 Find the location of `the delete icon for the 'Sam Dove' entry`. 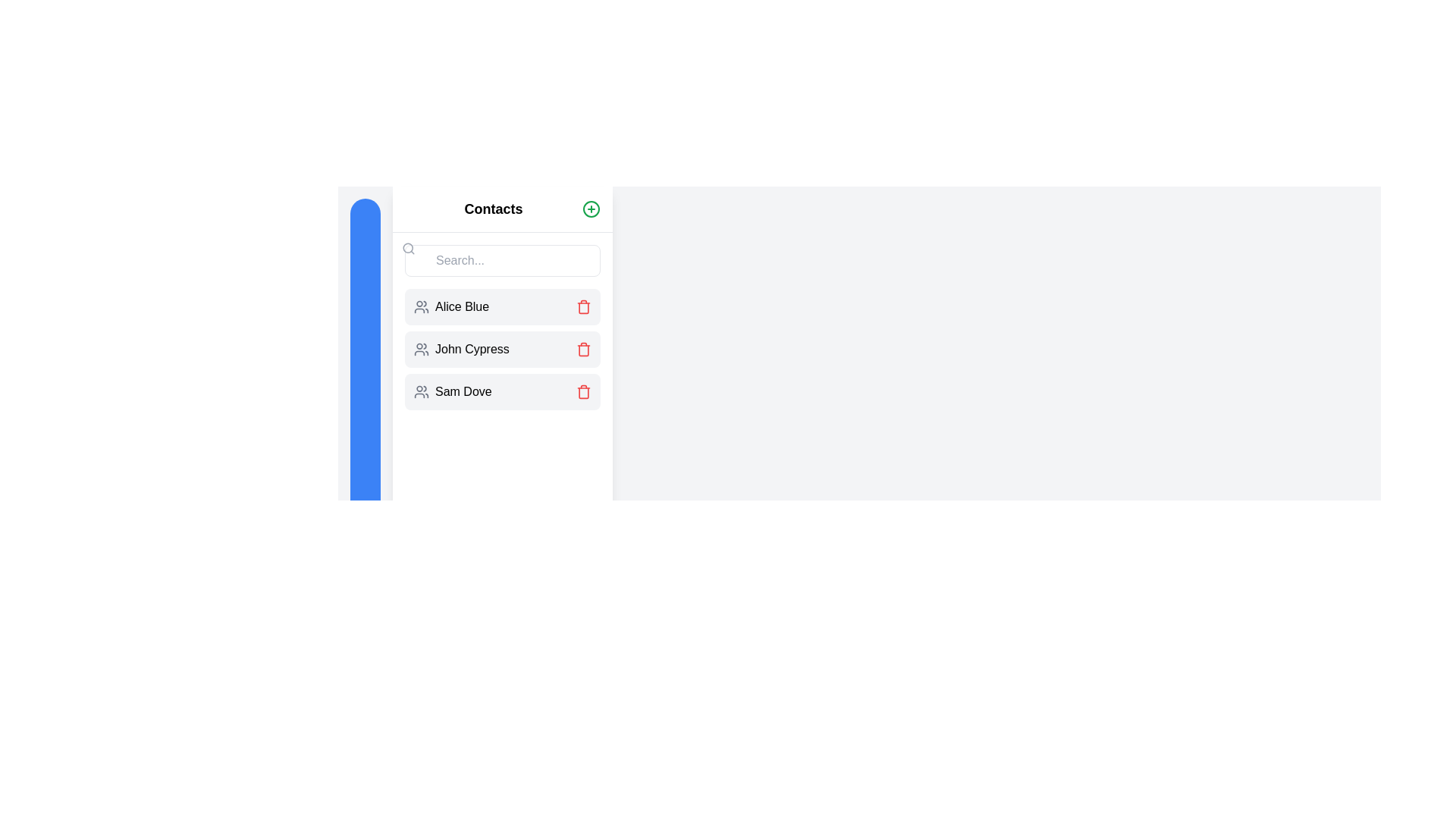

the delete icon for the 'Sam Dove' entry is located at coordinates (582, 391).